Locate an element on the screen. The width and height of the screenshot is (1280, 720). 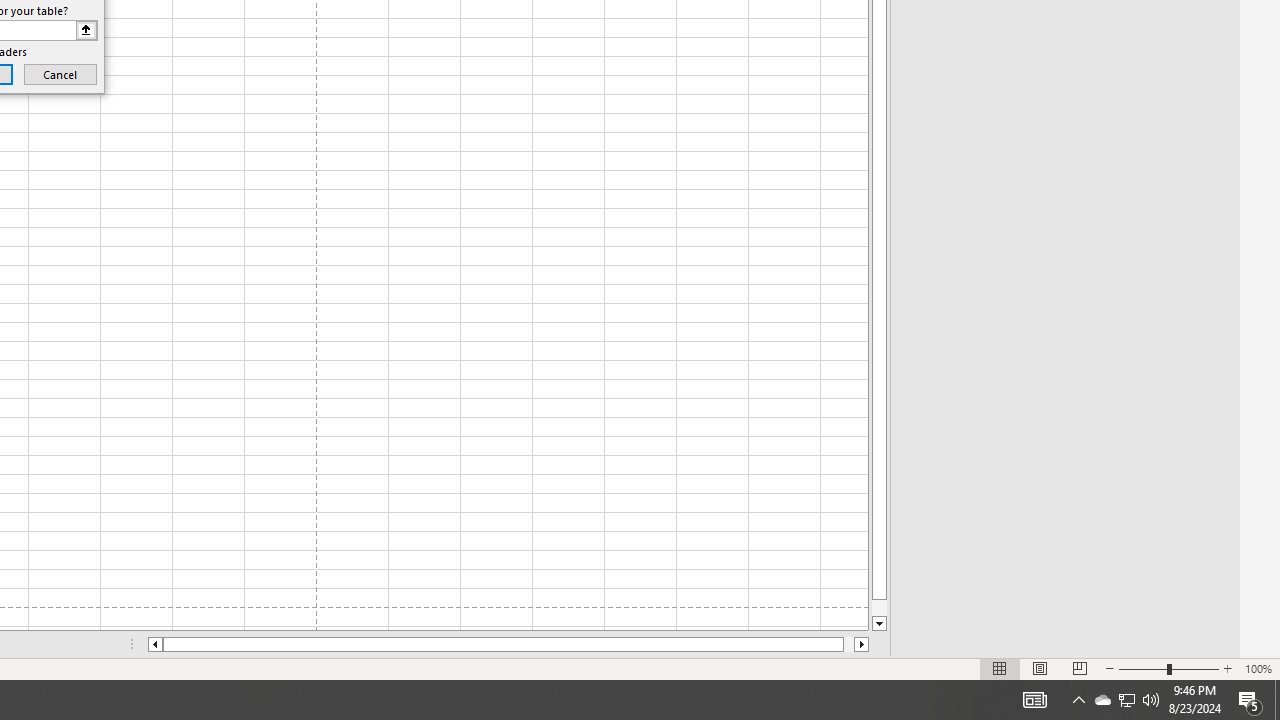
'Page down' is located at coordinates (879, 607).